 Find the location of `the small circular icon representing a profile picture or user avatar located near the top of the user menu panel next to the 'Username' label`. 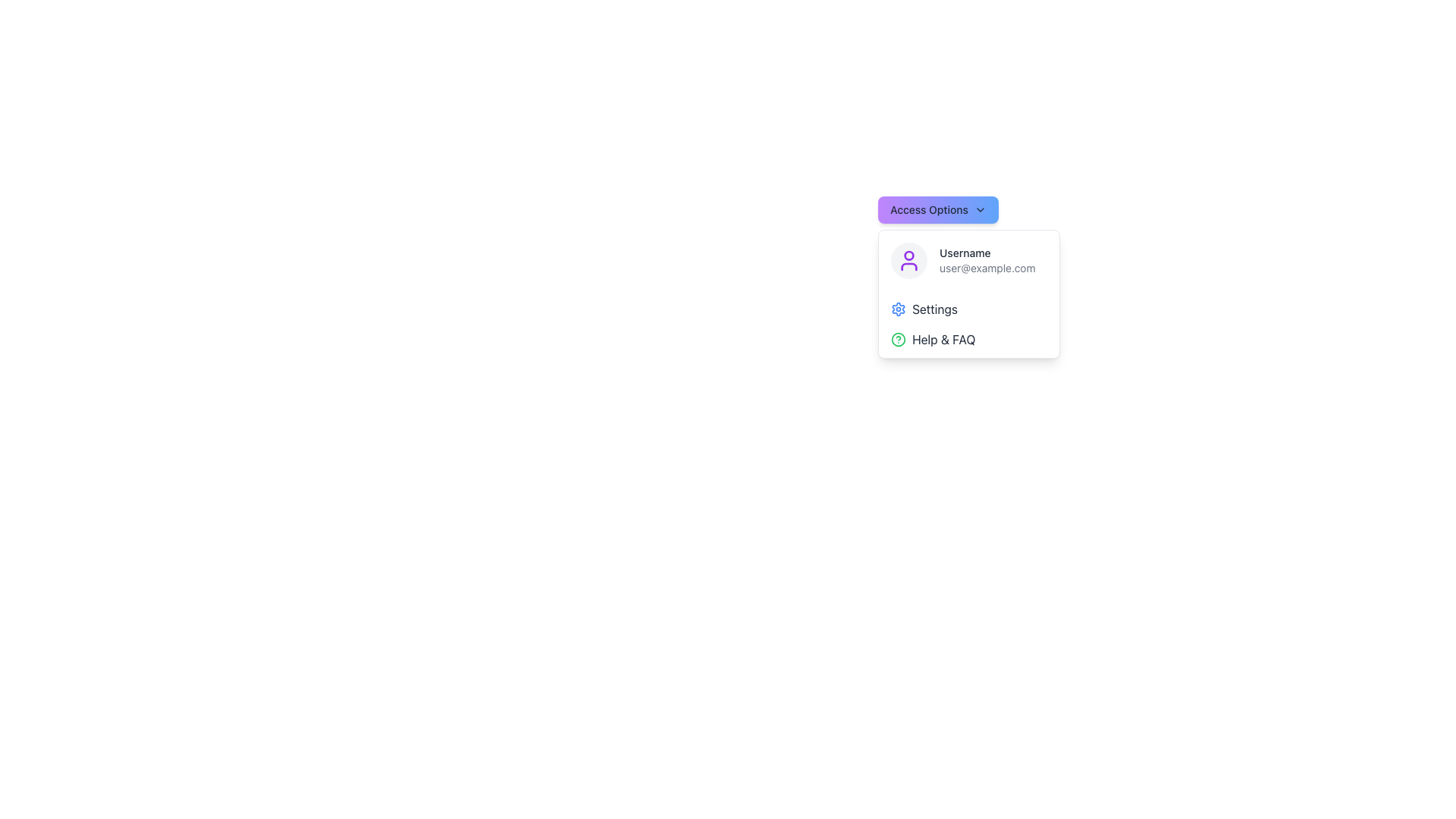

the small circular icon representing a profile picture or user avatar located near the top of the user menu panel next to the 'Username' label is located at coordinates (909, 255).